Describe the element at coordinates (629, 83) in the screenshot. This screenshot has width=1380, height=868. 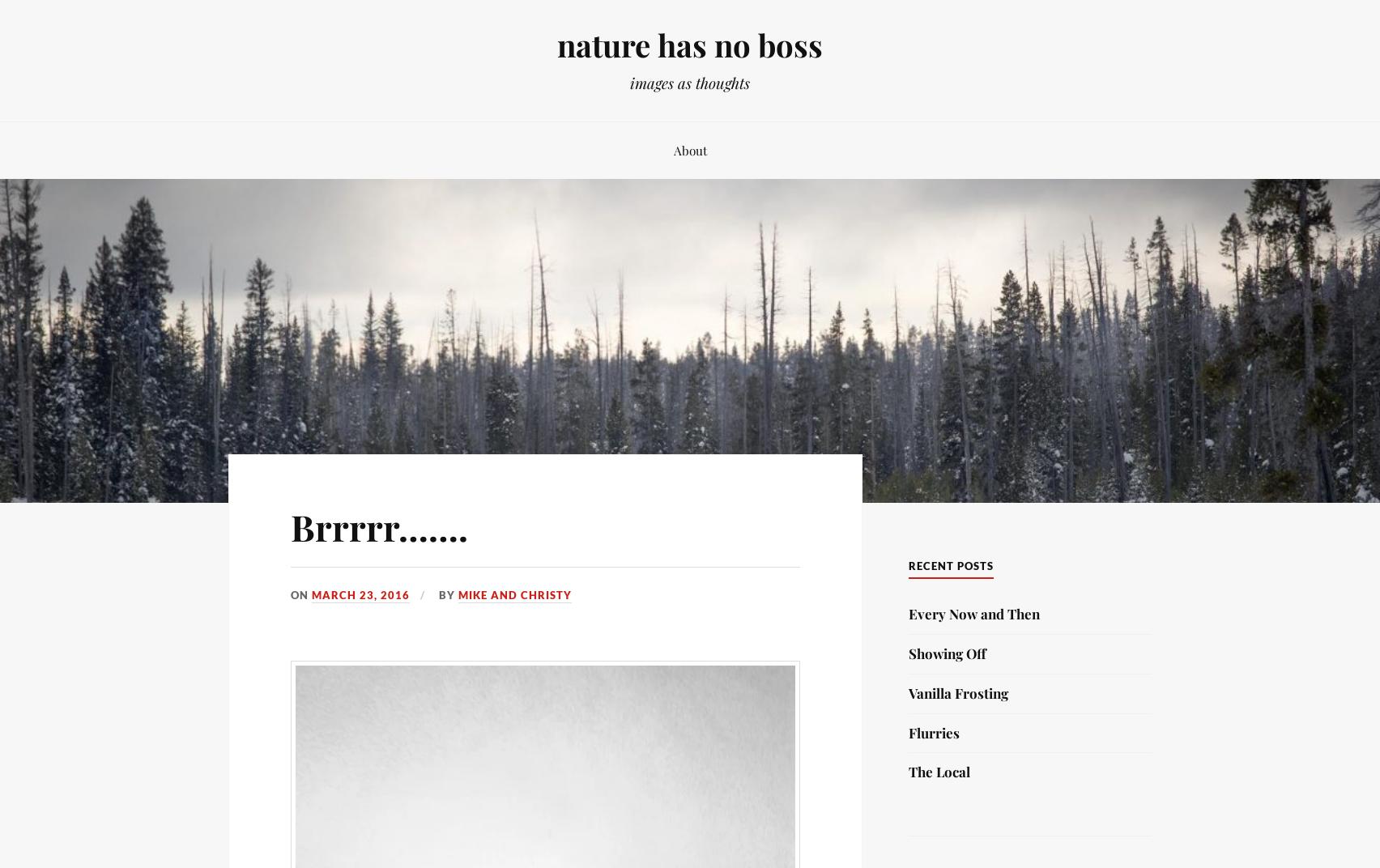
I see `'images as thoughts'` at that location.